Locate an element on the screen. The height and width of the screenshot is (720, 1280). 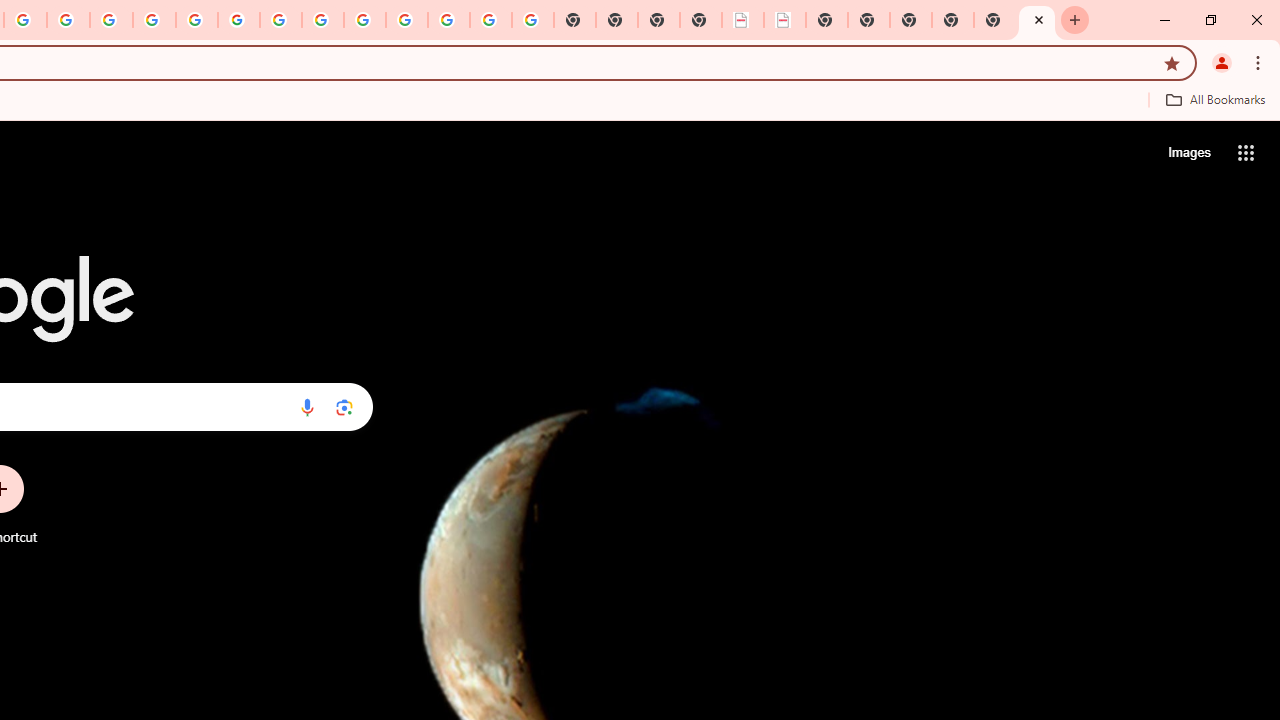
'Google Images' is located at coordinates (533, 20).